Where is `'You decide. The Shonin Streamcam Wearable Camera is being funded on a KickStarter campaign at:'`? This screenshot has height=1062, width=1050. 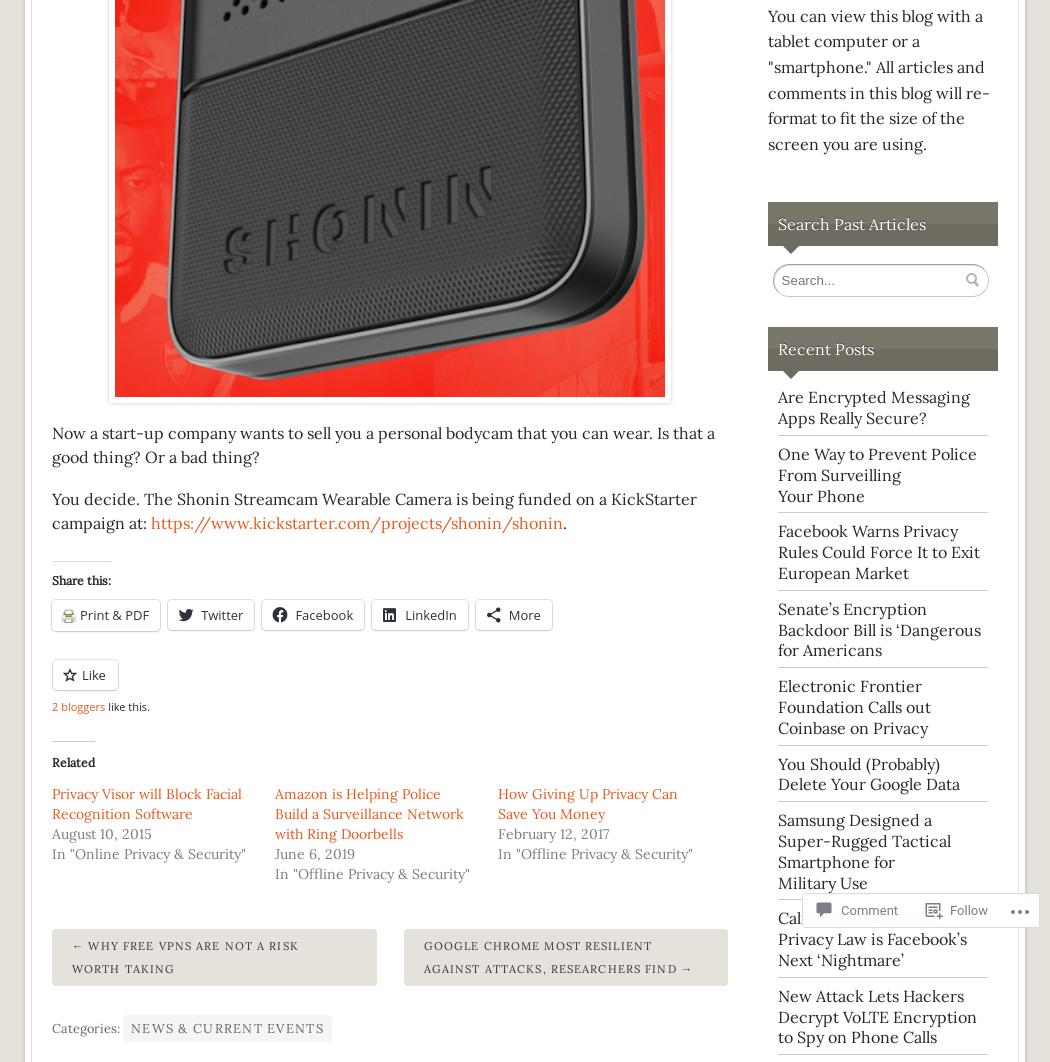 'You decide. The Shonin Streamcam Wearable Camera is being funded on a KickStarter campaign at:' is located at coordinates (373, 508).